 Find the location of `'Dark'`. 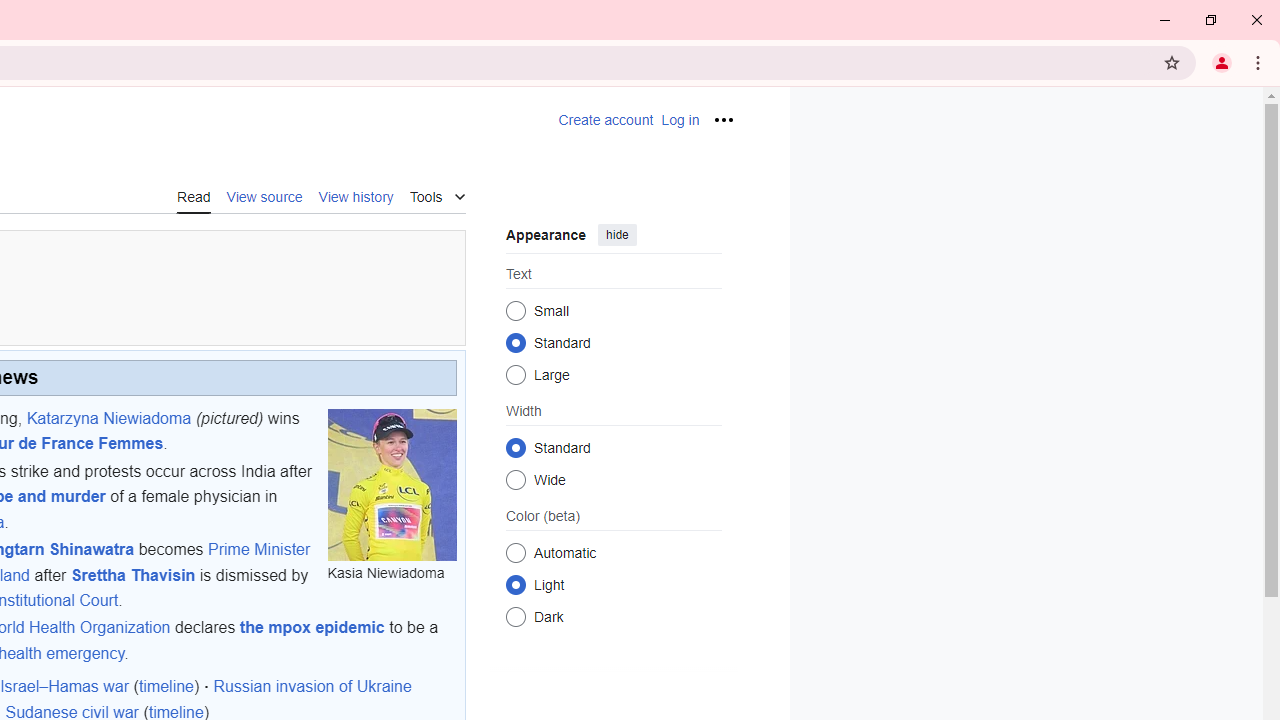

'Dark' is located at coordinates (515, 615).